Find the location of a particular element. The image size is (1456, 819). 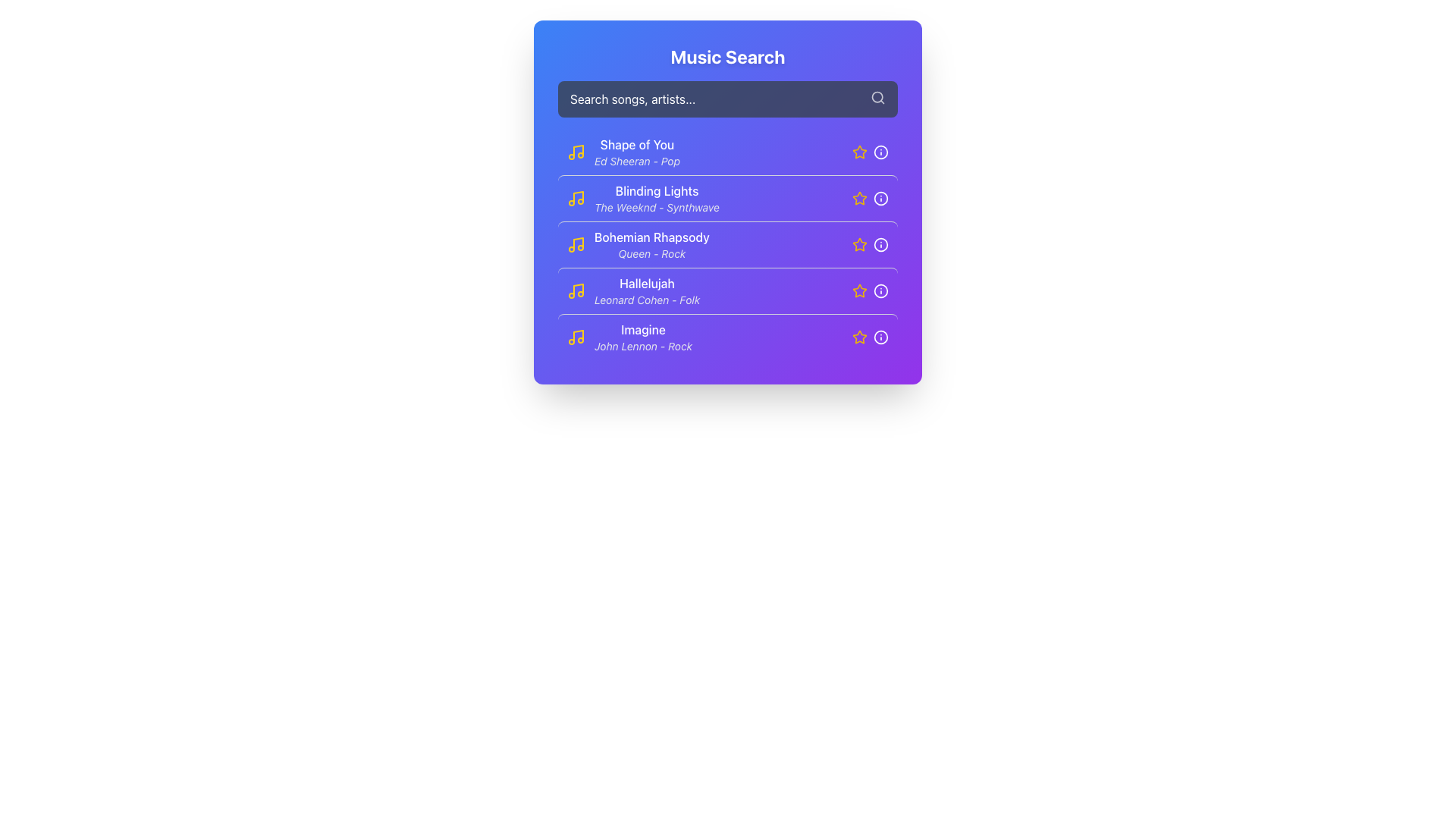

the music note icon located to the left of the song title 'Blinding Lights' by 'The Weeknd' in the second position of the vertical list is located at coordinates (575, 198).